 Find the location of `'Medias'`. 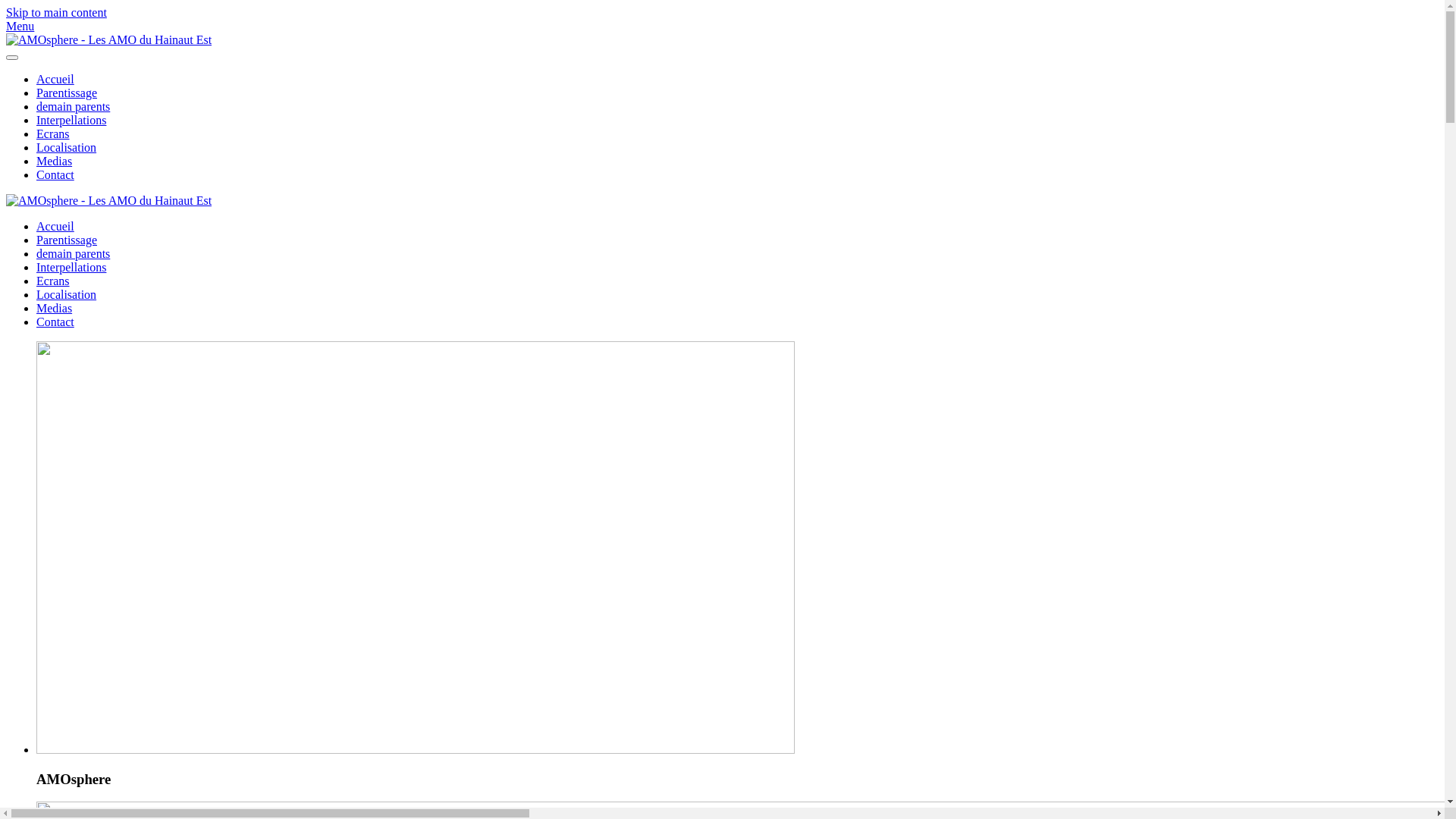

'Medias' is located at coordinates (54, 161).